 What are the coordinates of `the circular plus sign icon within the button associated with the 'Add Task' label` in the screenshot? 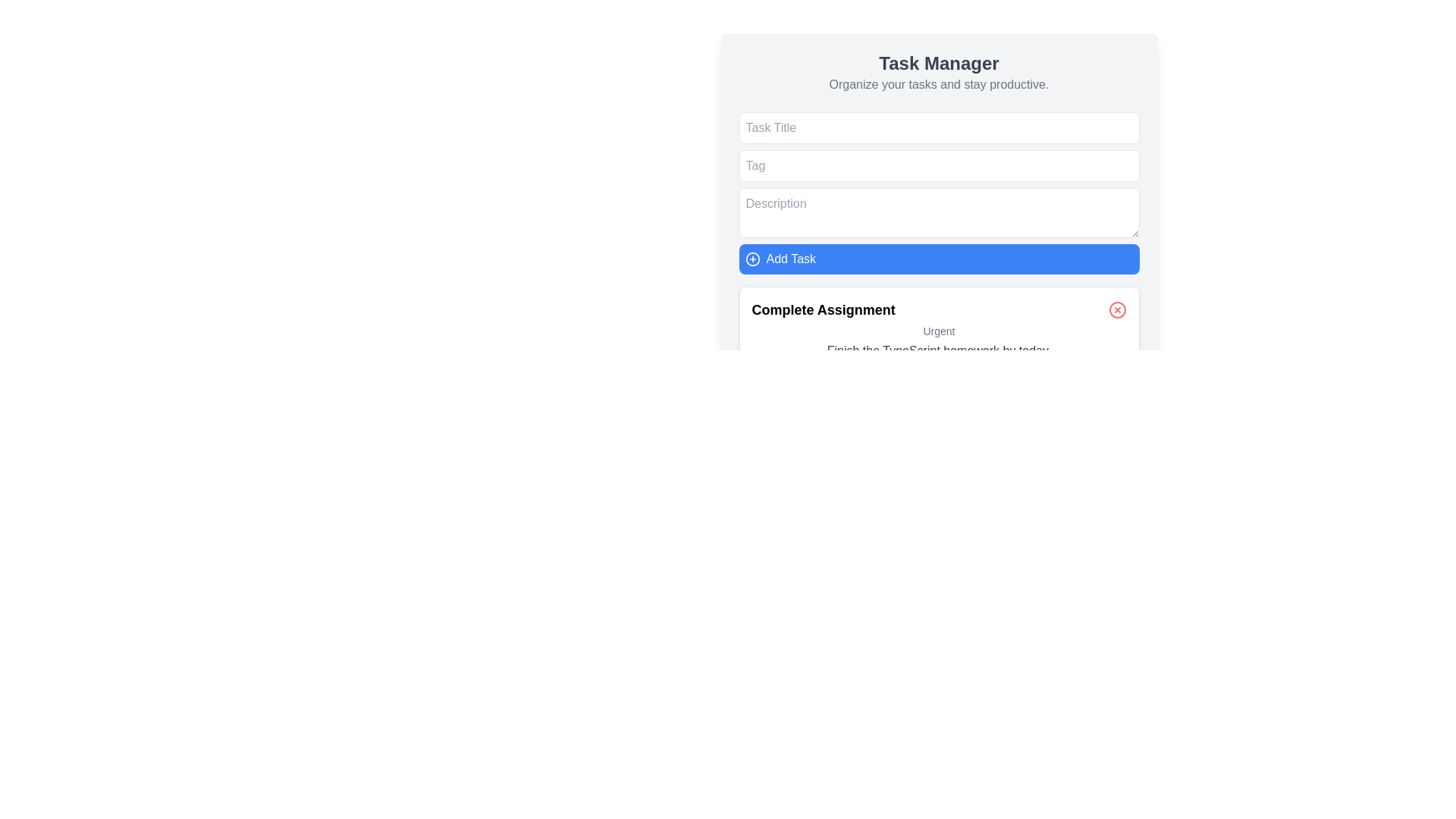 It's located at (752, 259).